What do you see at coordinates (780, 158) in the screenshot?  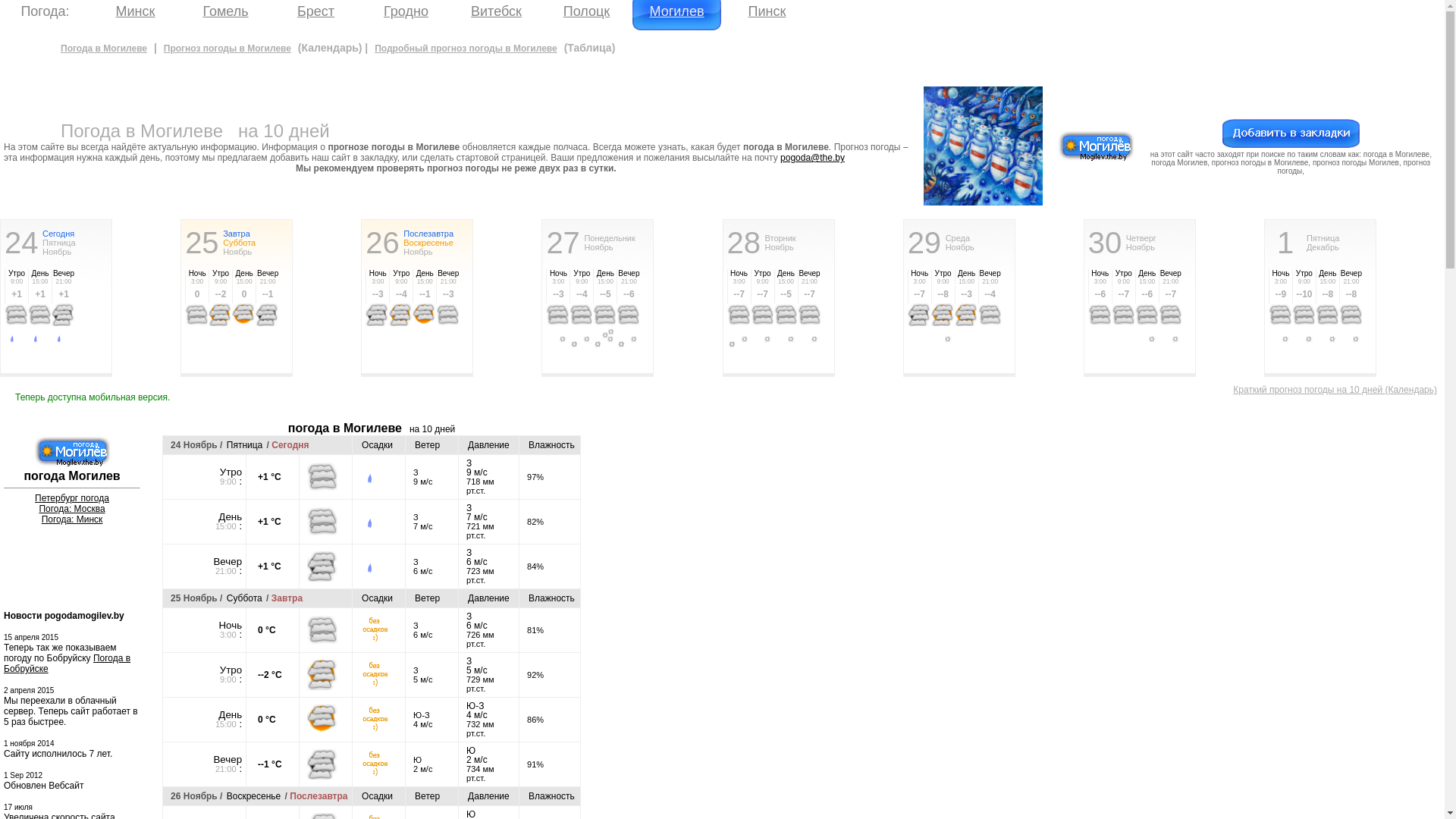 I see `'pogoda@the.by'` at bounding box center [780, 158].